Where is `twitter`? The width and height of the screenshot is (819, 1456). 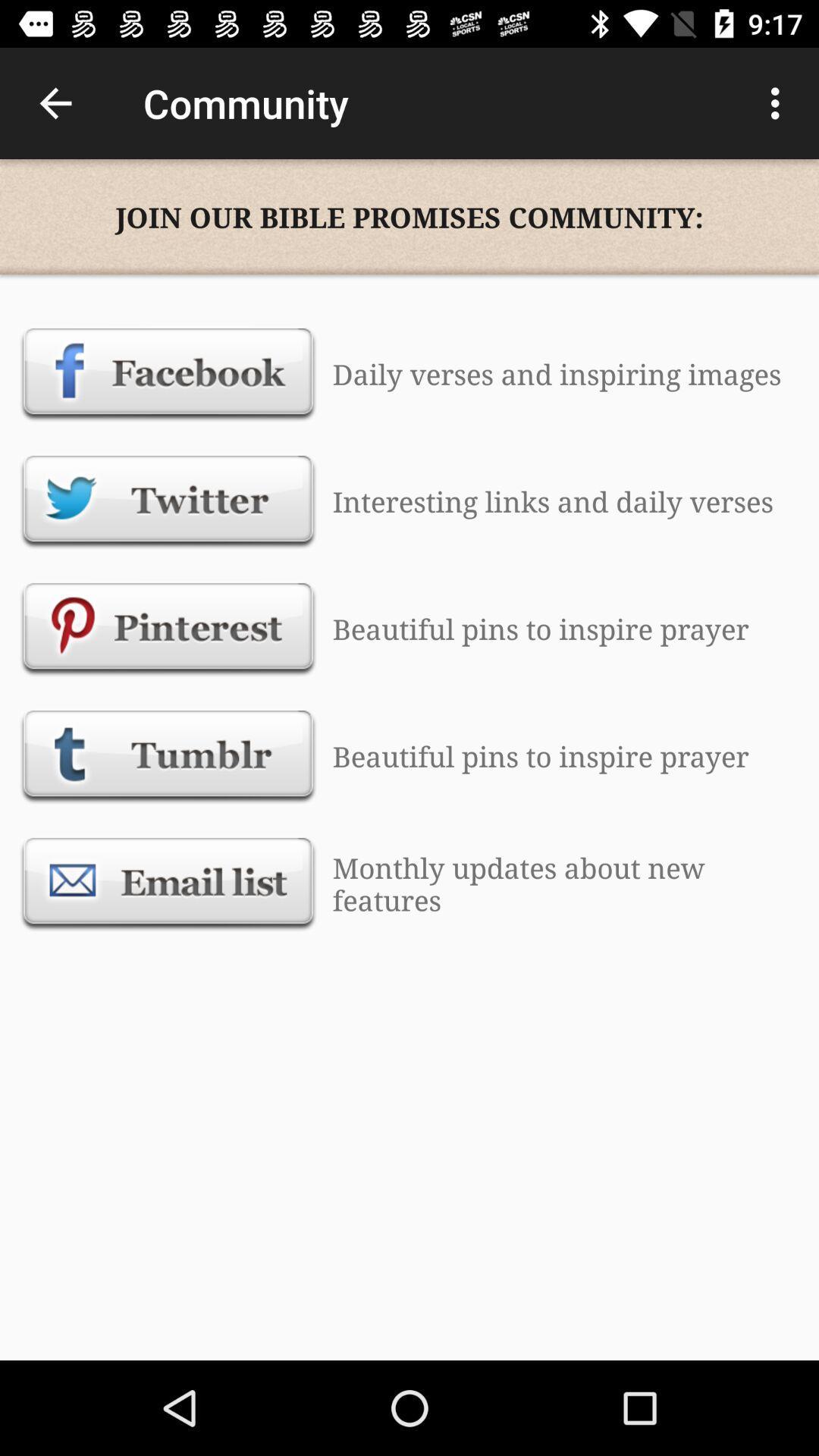
twitter is located at coordinates (168, 501).